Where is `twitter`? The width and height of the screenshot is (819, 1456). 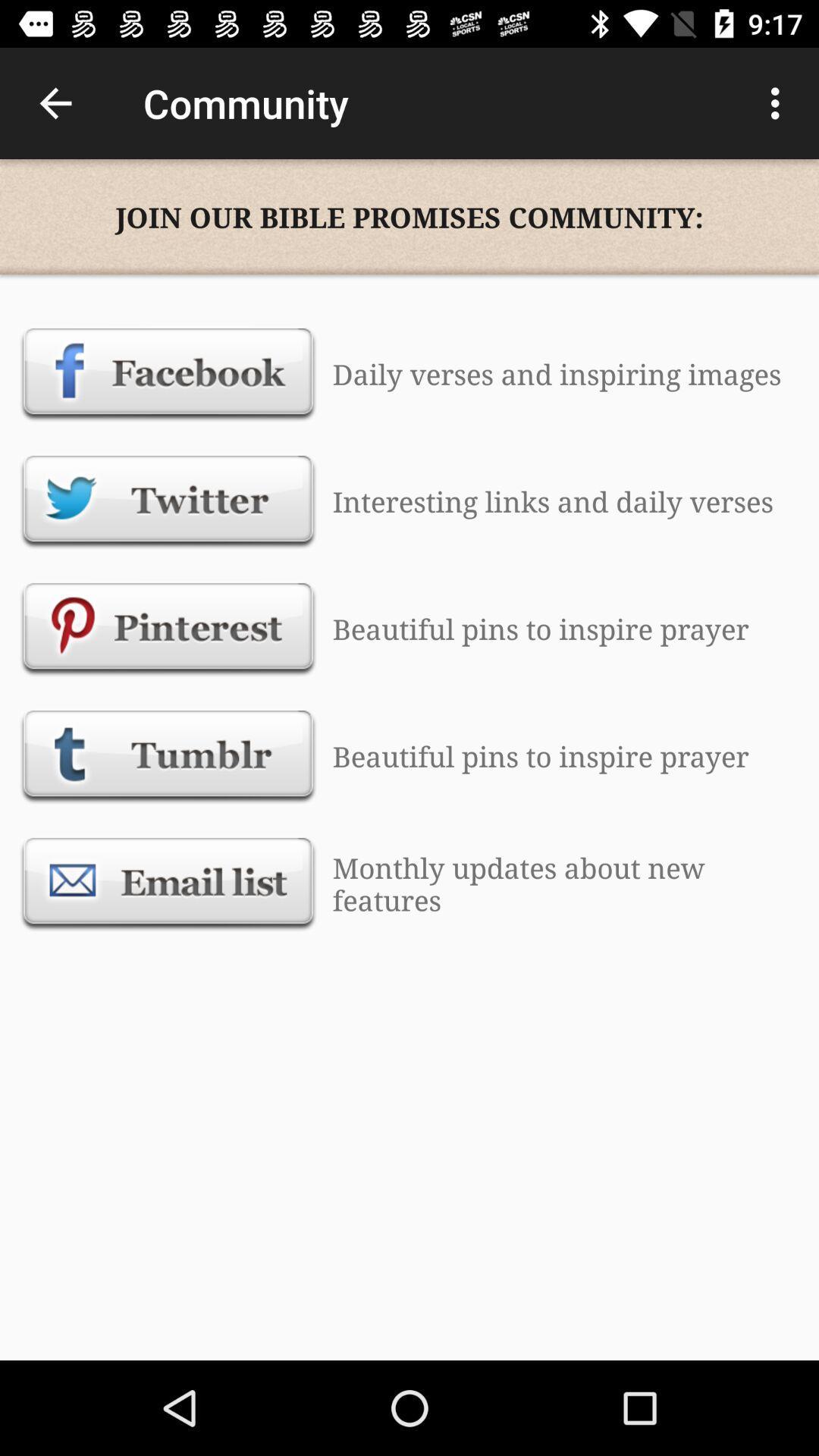
twitter is located at coordinates (168, 501).